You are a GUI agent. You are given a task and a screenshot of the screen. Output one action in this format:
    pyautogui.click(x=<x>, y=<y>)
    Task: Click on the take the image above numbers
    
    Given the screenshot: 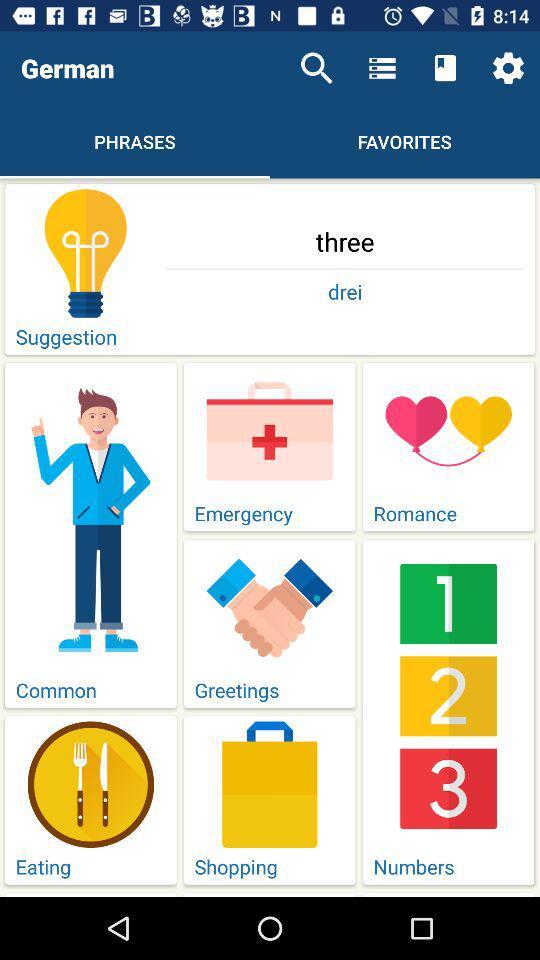 What is the action you would take?
    pyautogui.click(x=449, y=696)
    